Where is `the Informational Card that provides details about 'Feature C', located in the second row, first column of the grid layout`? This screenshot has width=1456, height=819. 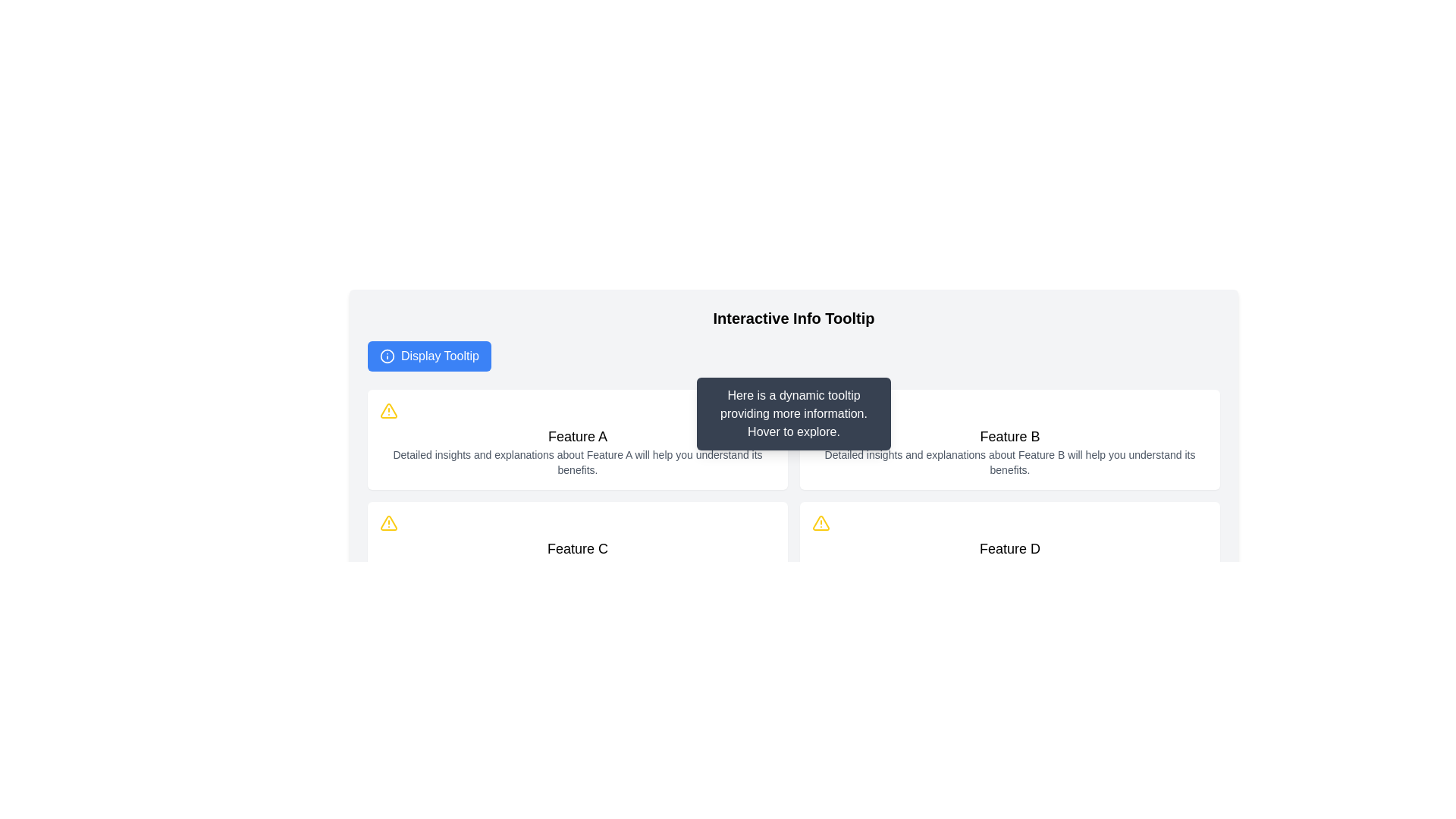 the Informational Card that provides details about 'Feature C', located in the second row, first column of the grid layout is located at coordinates (577, 552).